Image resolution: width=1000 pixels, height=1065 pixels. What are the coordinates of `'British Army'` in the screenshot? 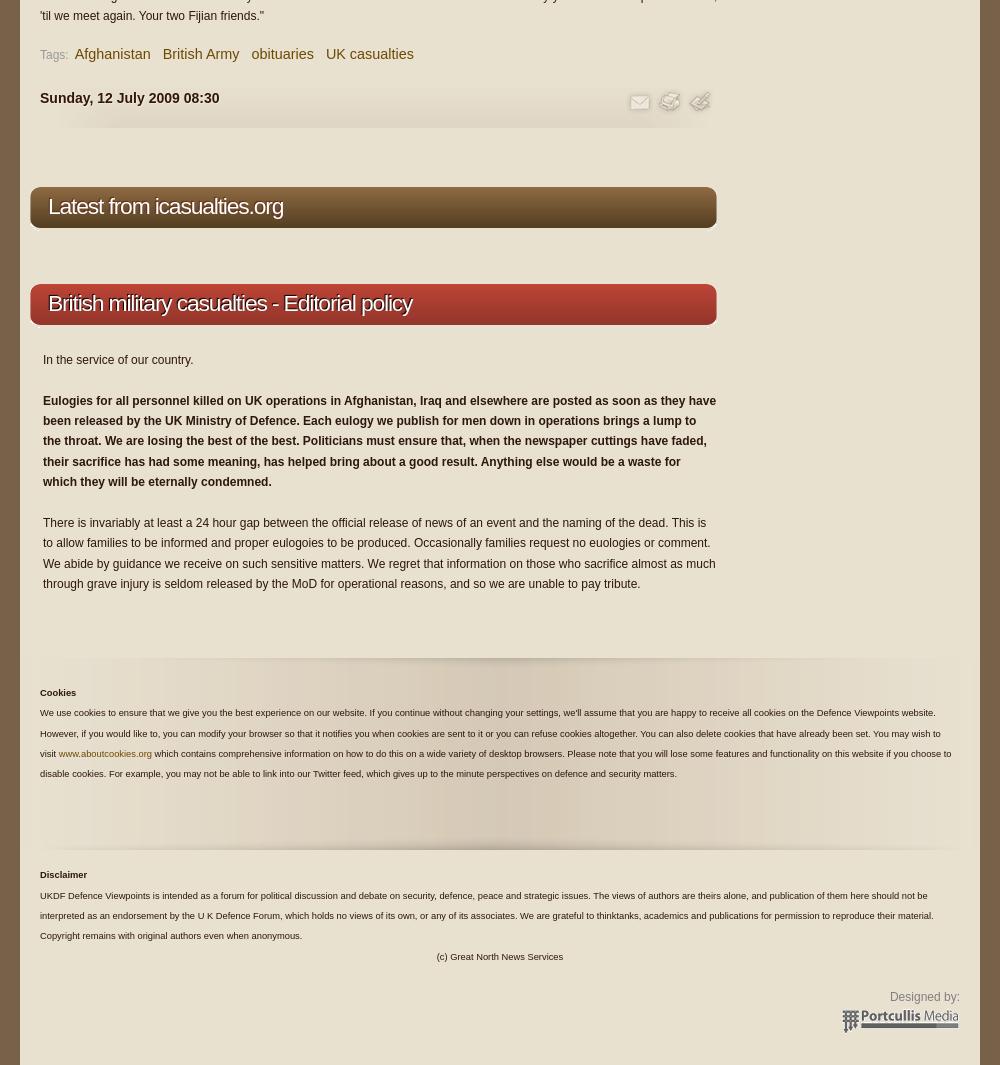 It's located at (199, 52).